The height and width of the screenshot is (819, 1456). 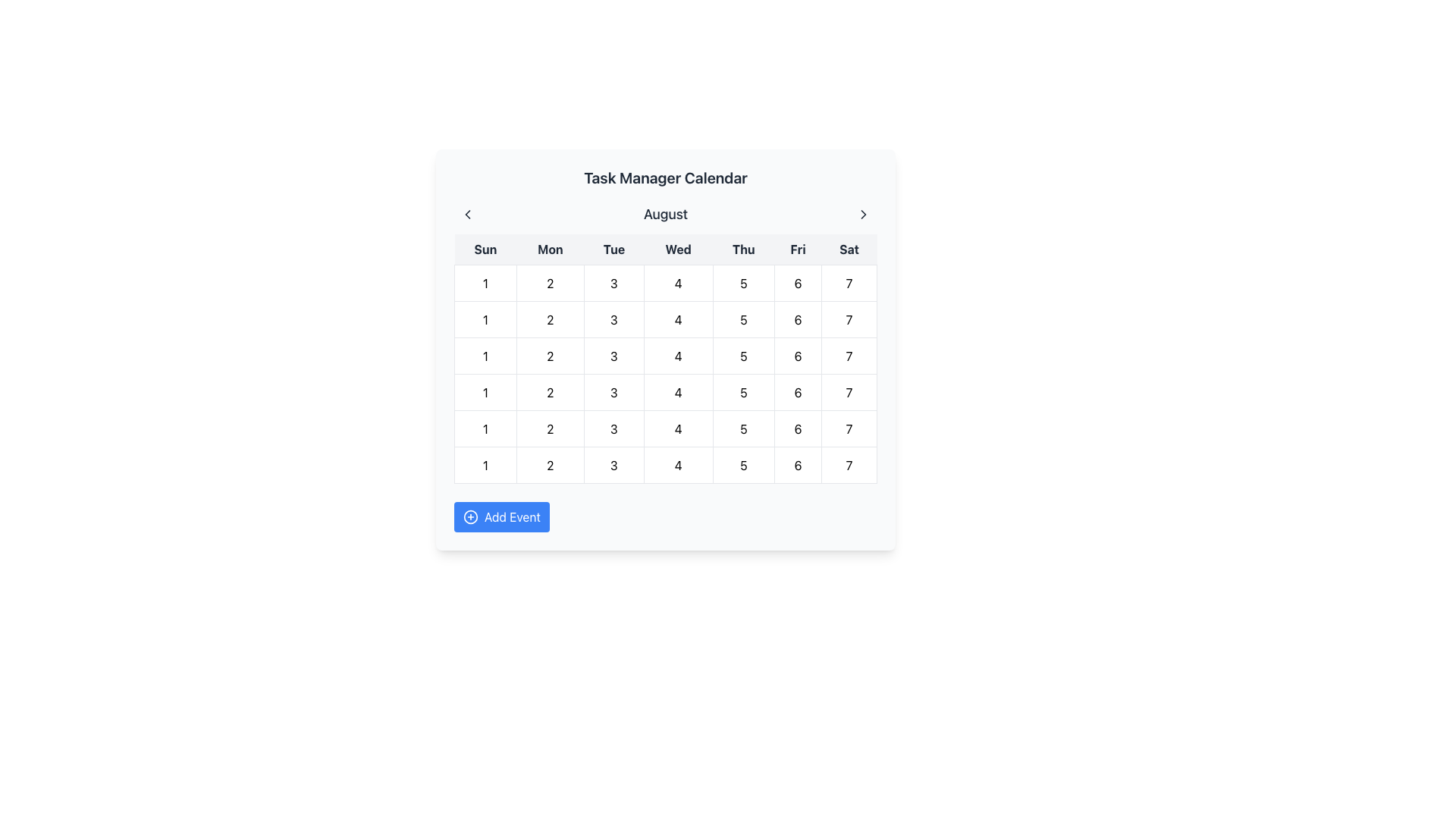 I want to click on the Calendar Date Cell displaying the numeral '6', so click(x=797, y=283).